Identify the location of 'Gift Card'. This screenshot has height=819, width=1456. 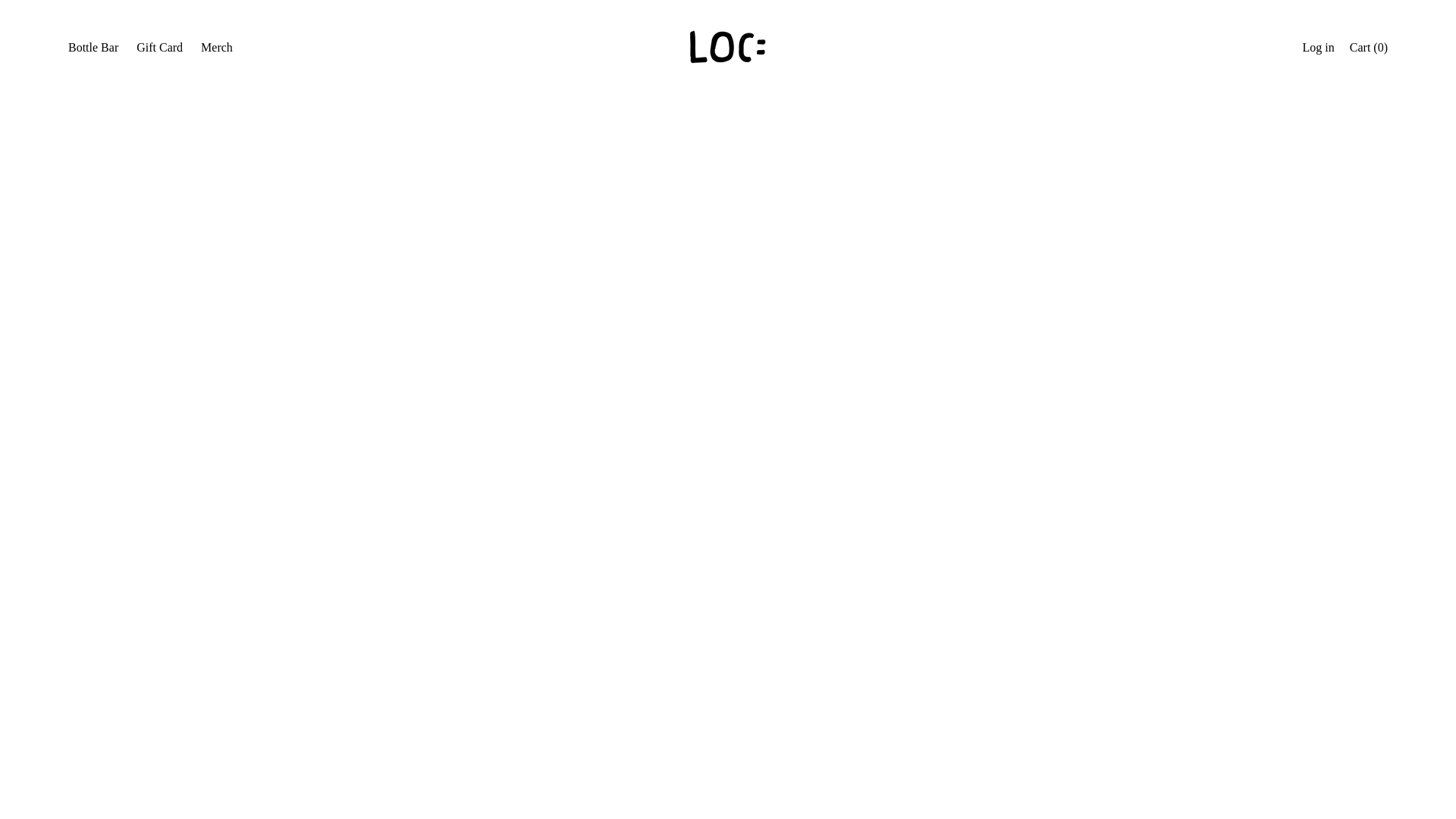
(159, 49).